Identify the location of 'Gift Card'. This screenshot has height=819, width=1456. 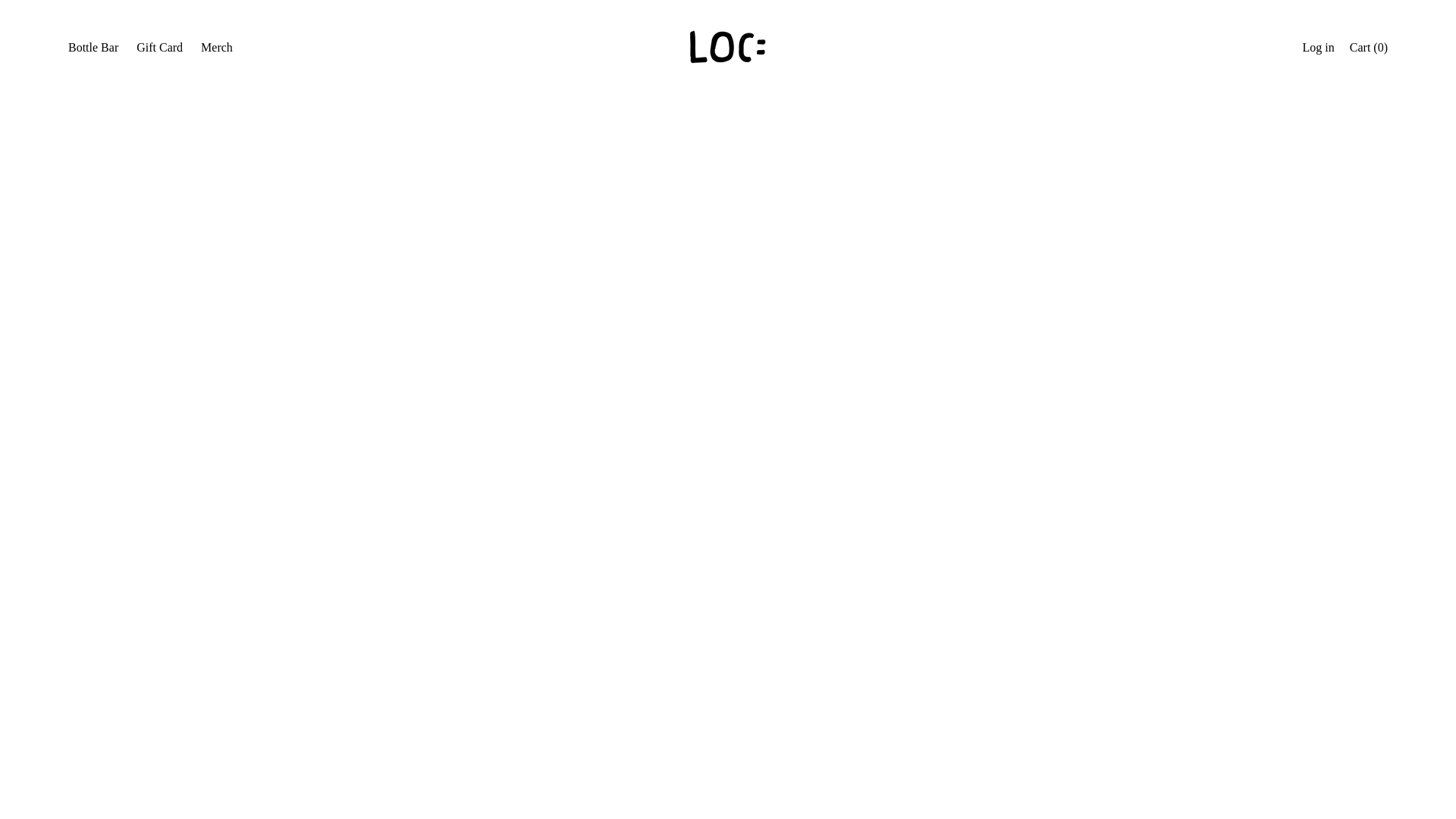
(159, 49).